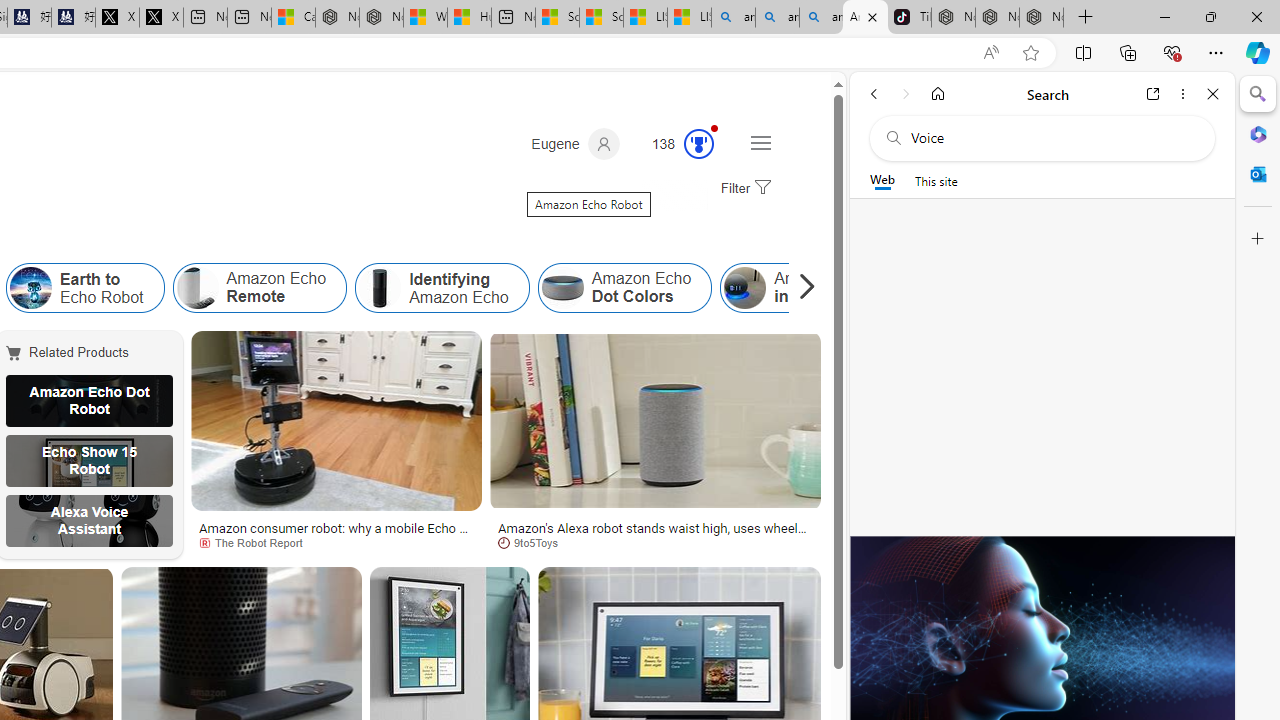 Image resolution: width=1280 pixels, height=720 pixels. What do you see at coordinates (574, 143) in the screenshot?
I see `'Eugene'` at bounding box center [574, 143].